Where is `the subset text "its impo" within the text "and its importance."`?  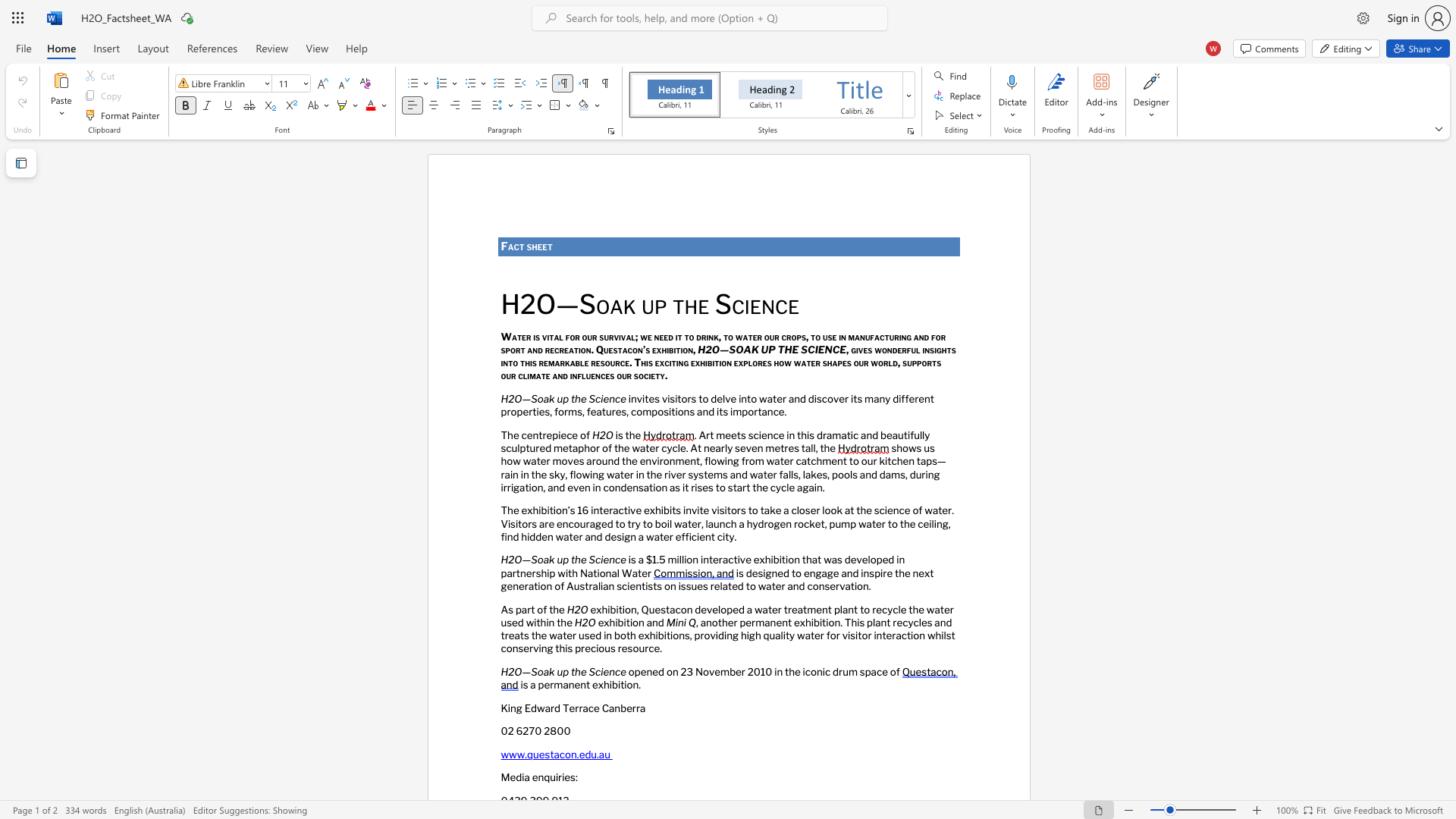 the subset text "its impo" within the text "and its importance." is located at coordinates (716, 412).